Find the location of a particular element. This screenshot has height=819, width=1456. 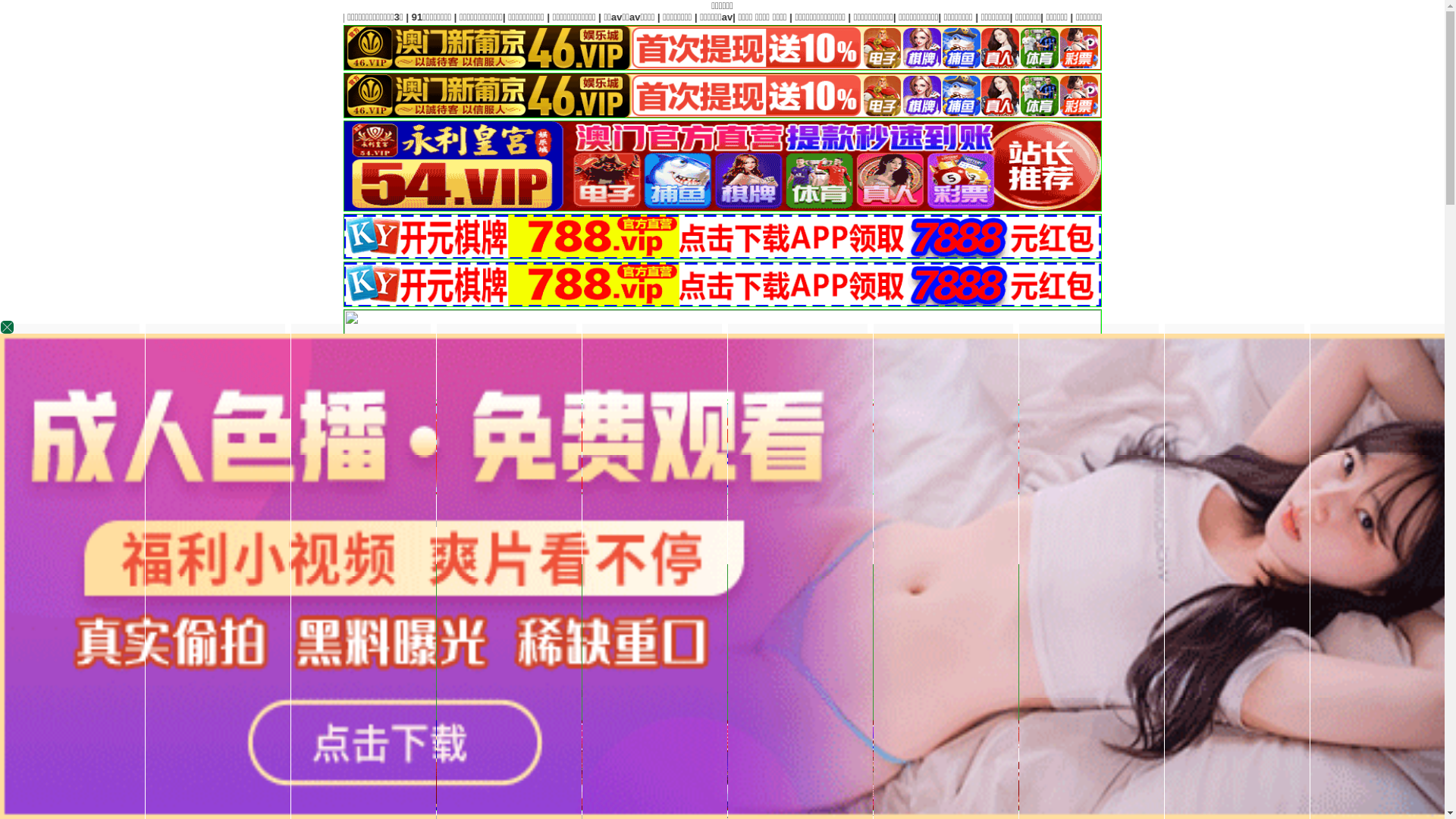

'|' is located at coordinates (1087, 693).